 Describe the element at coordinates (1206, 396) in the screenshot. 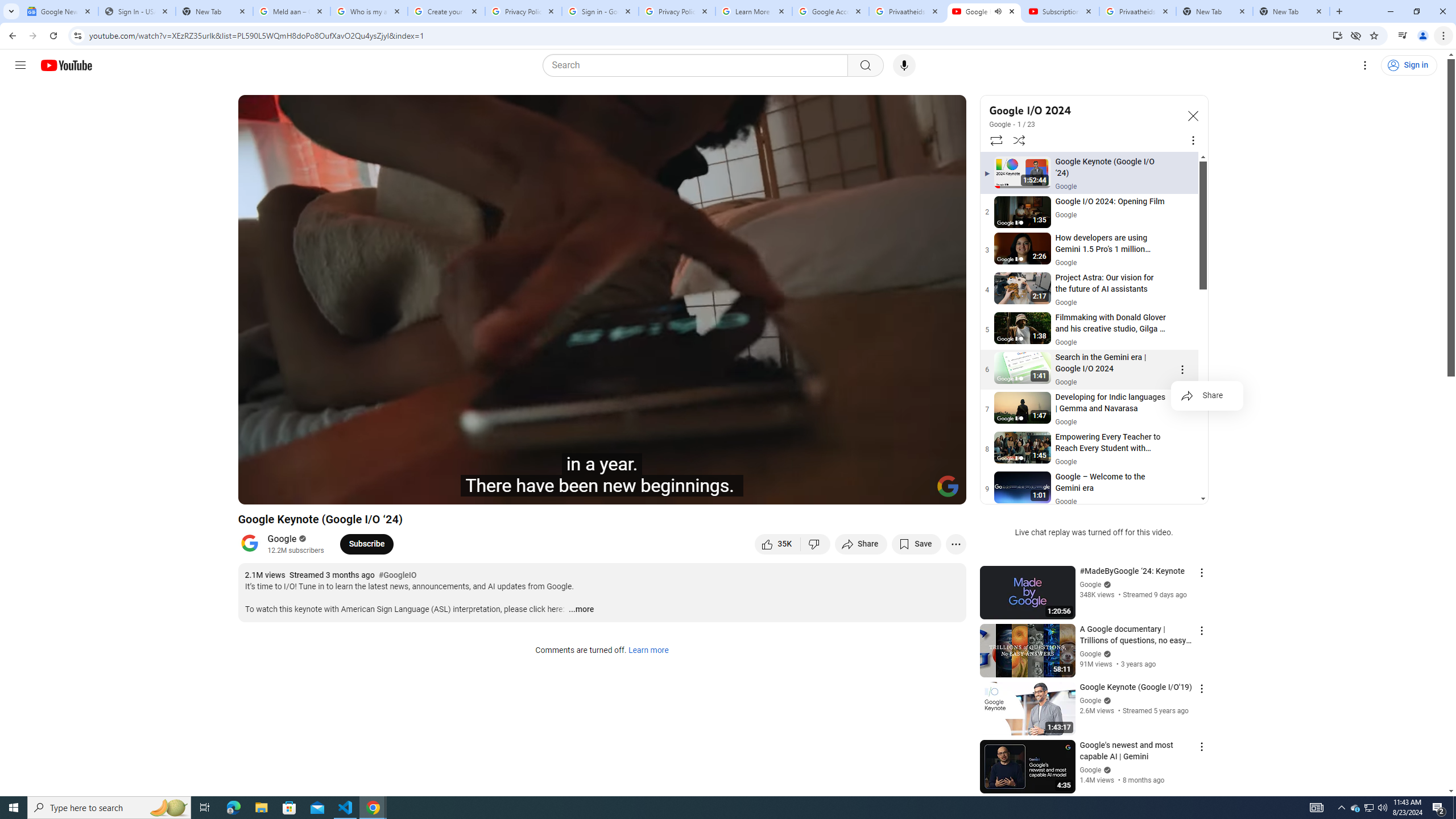

I see `'Share'` at that location.